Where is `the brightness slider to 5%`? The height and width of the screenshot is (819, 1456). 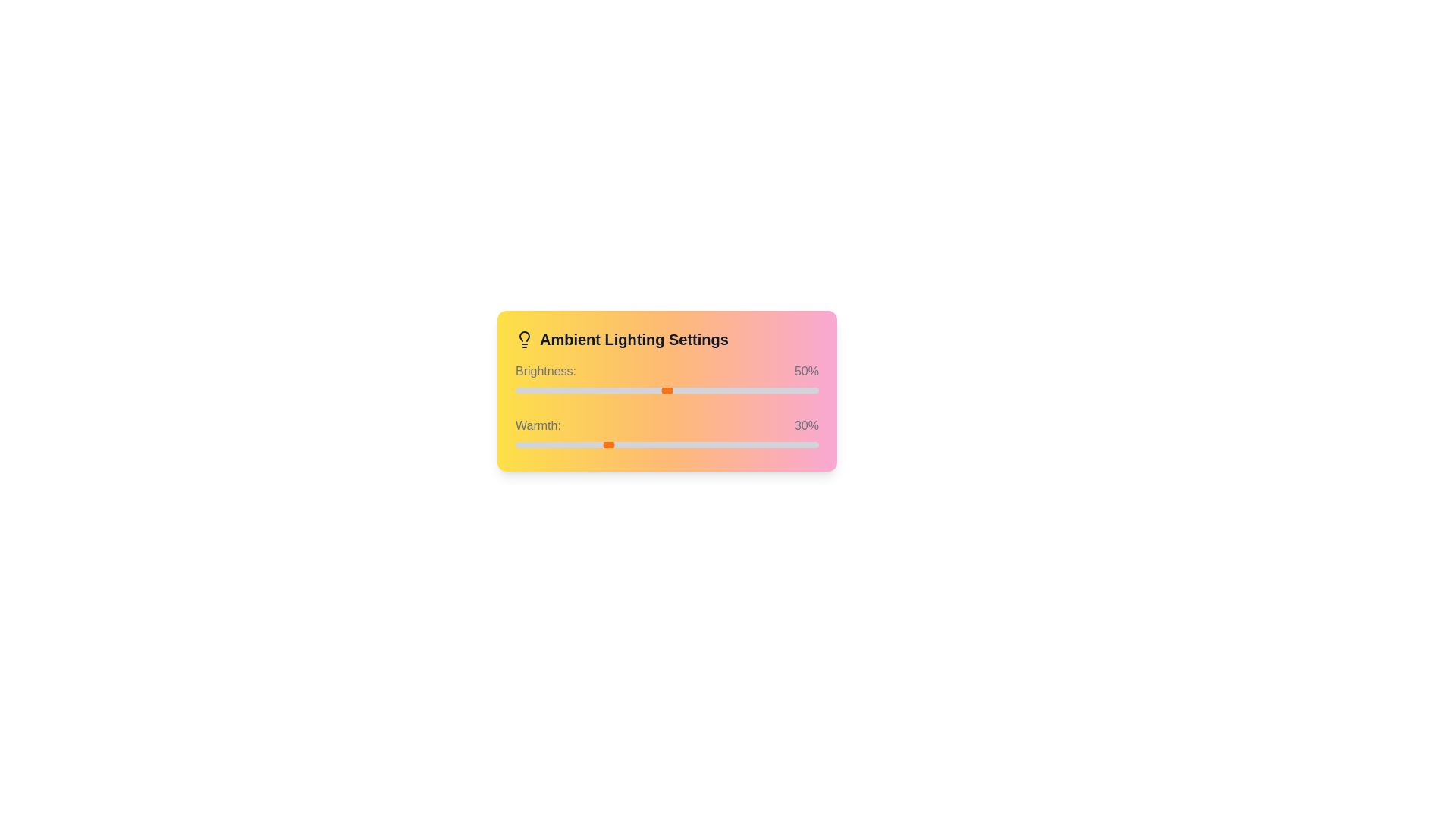
the brightness slider to 5% is located at coordinates (531, 390).